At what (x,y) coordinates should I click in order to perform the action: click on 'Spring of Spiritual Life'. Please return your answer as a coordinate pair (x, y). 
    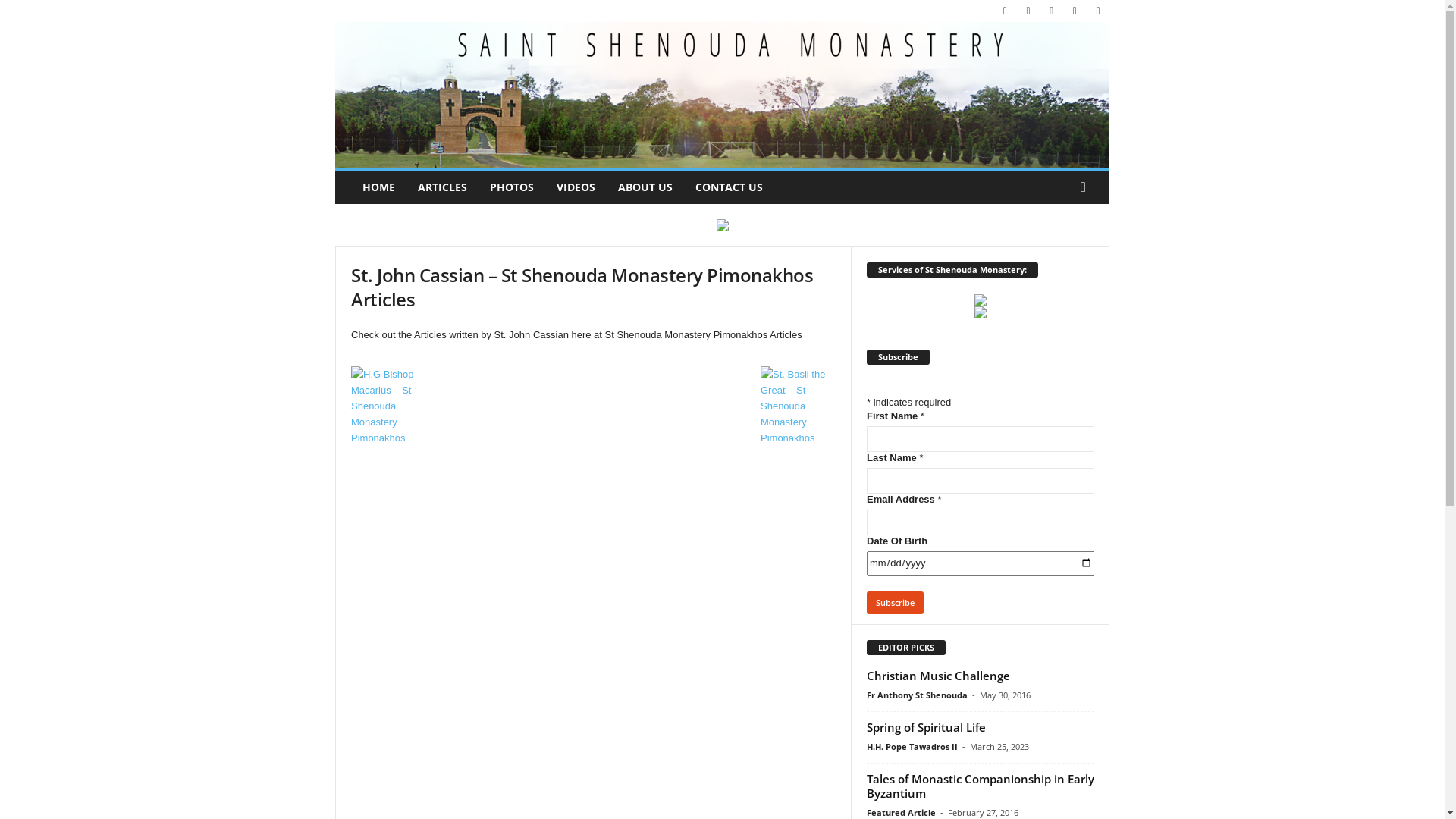
    Looking at the image, I should click on (925, 726).